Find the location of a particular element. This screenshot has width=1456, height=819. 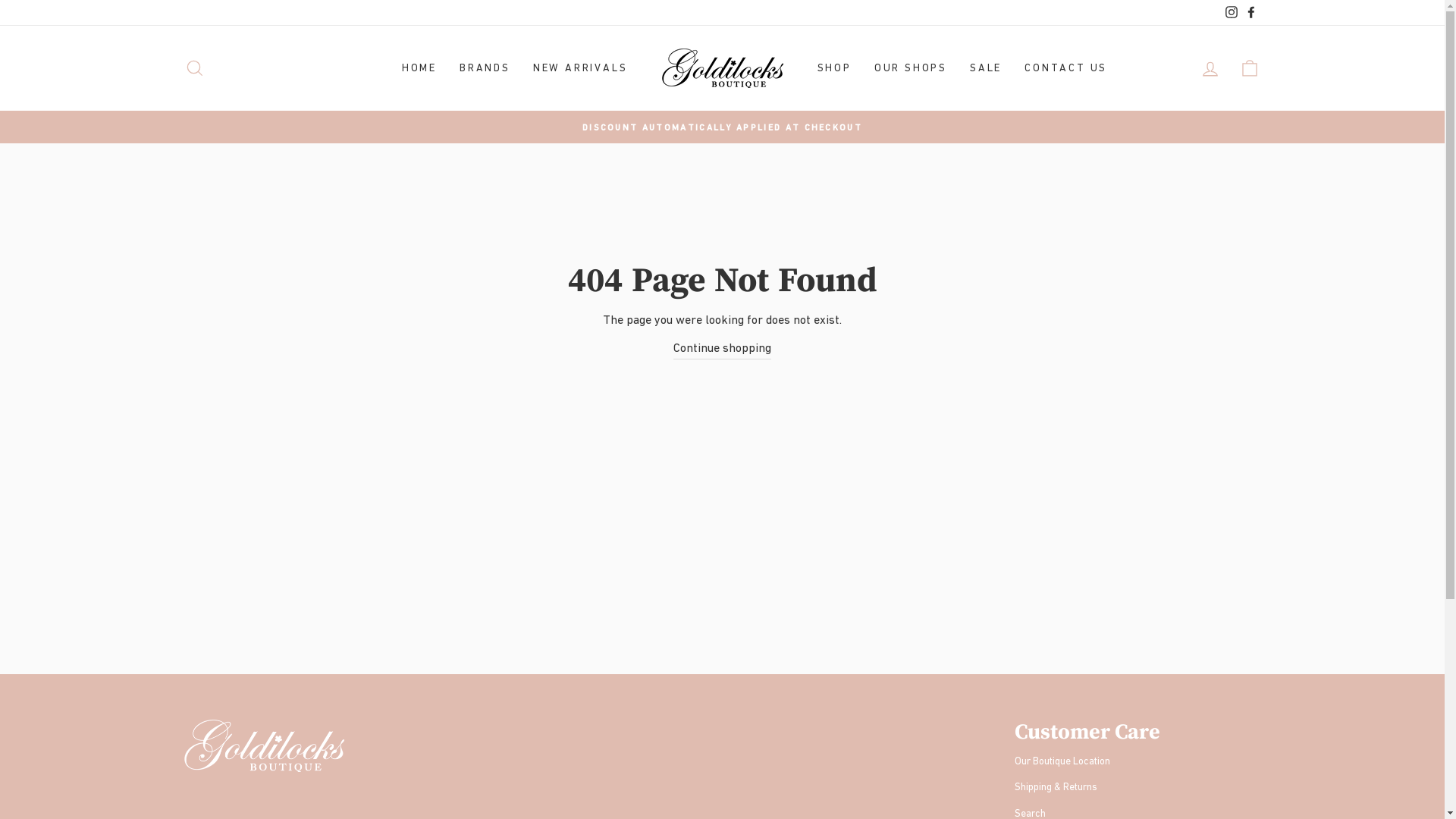

'LOG IN' is located at coordinates (1210, 68).